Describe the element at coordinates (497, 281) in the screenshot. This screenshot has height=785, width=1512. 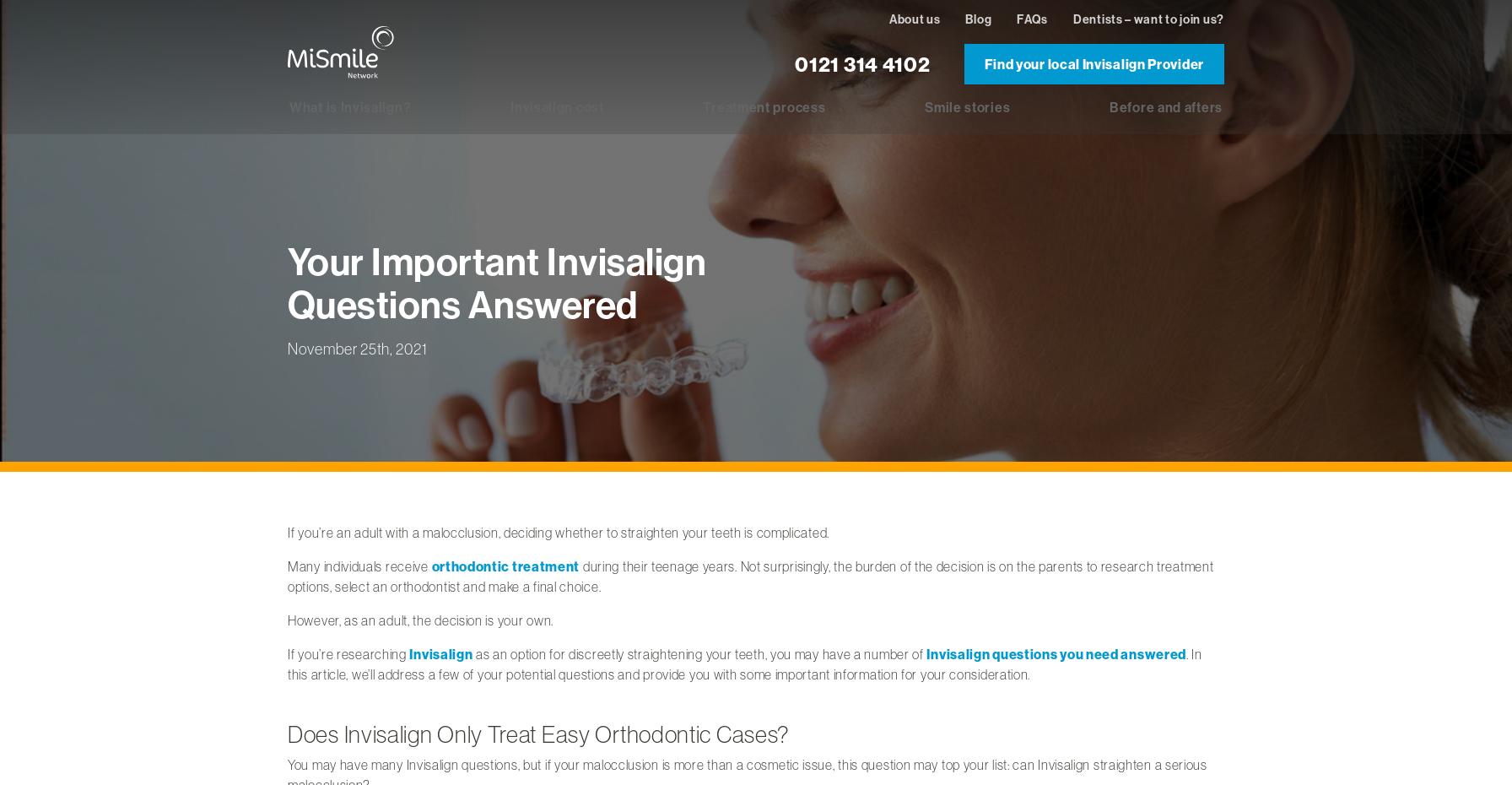
I see `'Your Important Invisalign Questions Answered'` at that location.